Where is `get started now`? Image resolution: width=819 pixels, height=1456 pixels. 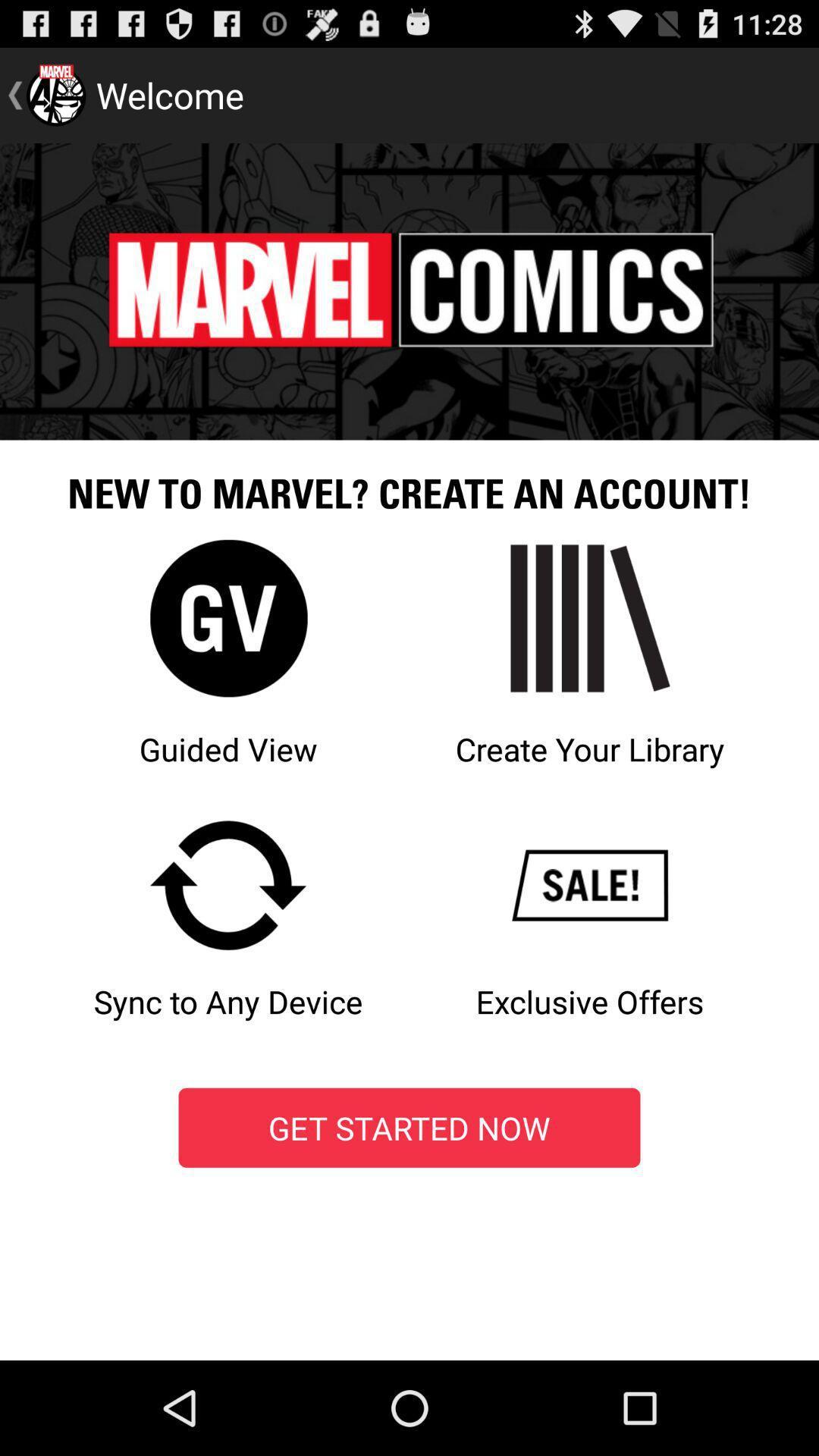 get started now is located at coordinates (409, 1128).